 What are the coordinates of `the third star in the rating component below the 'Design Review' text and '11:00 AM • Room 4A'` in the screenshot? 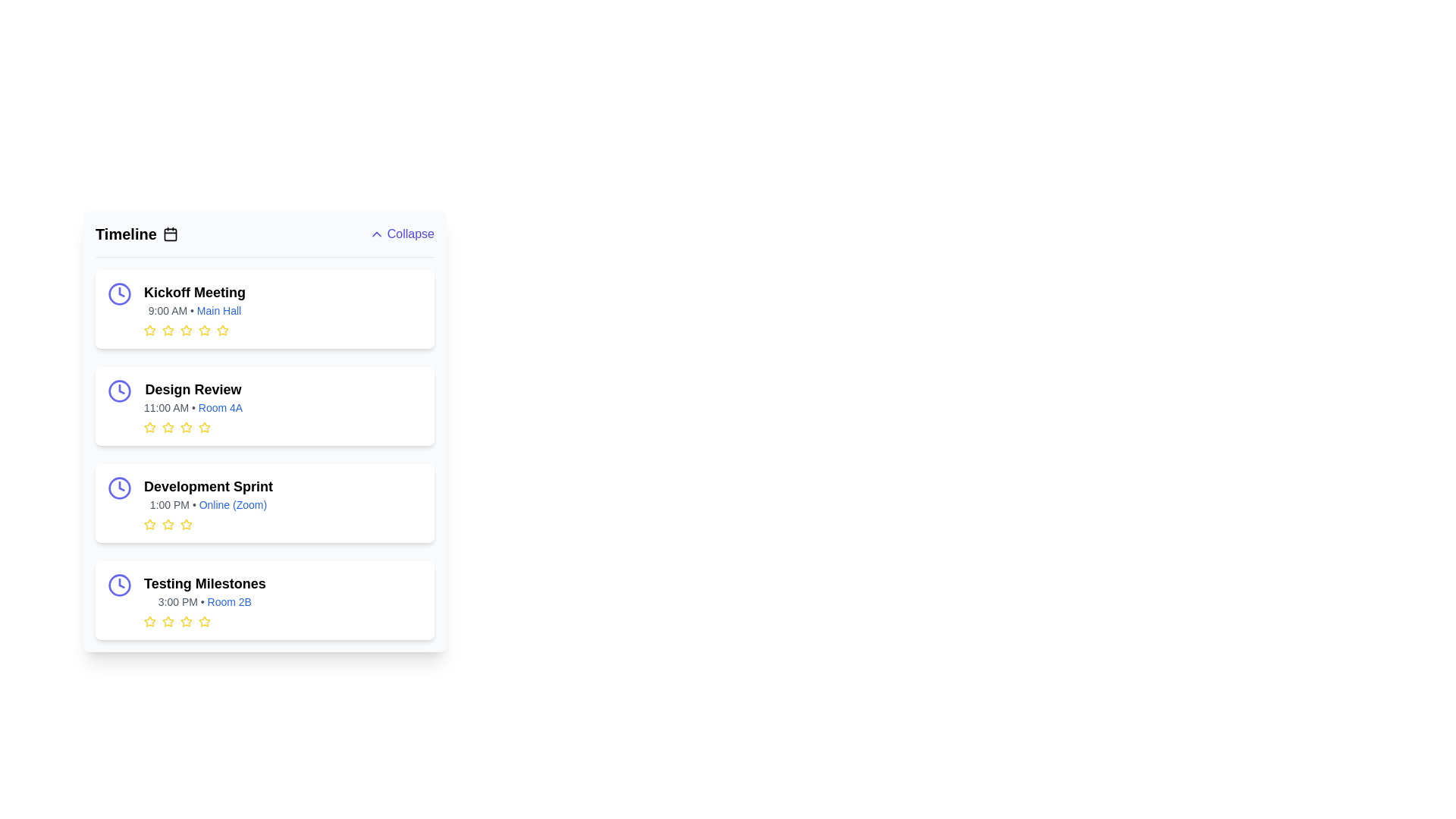 It's located at (192, 427).